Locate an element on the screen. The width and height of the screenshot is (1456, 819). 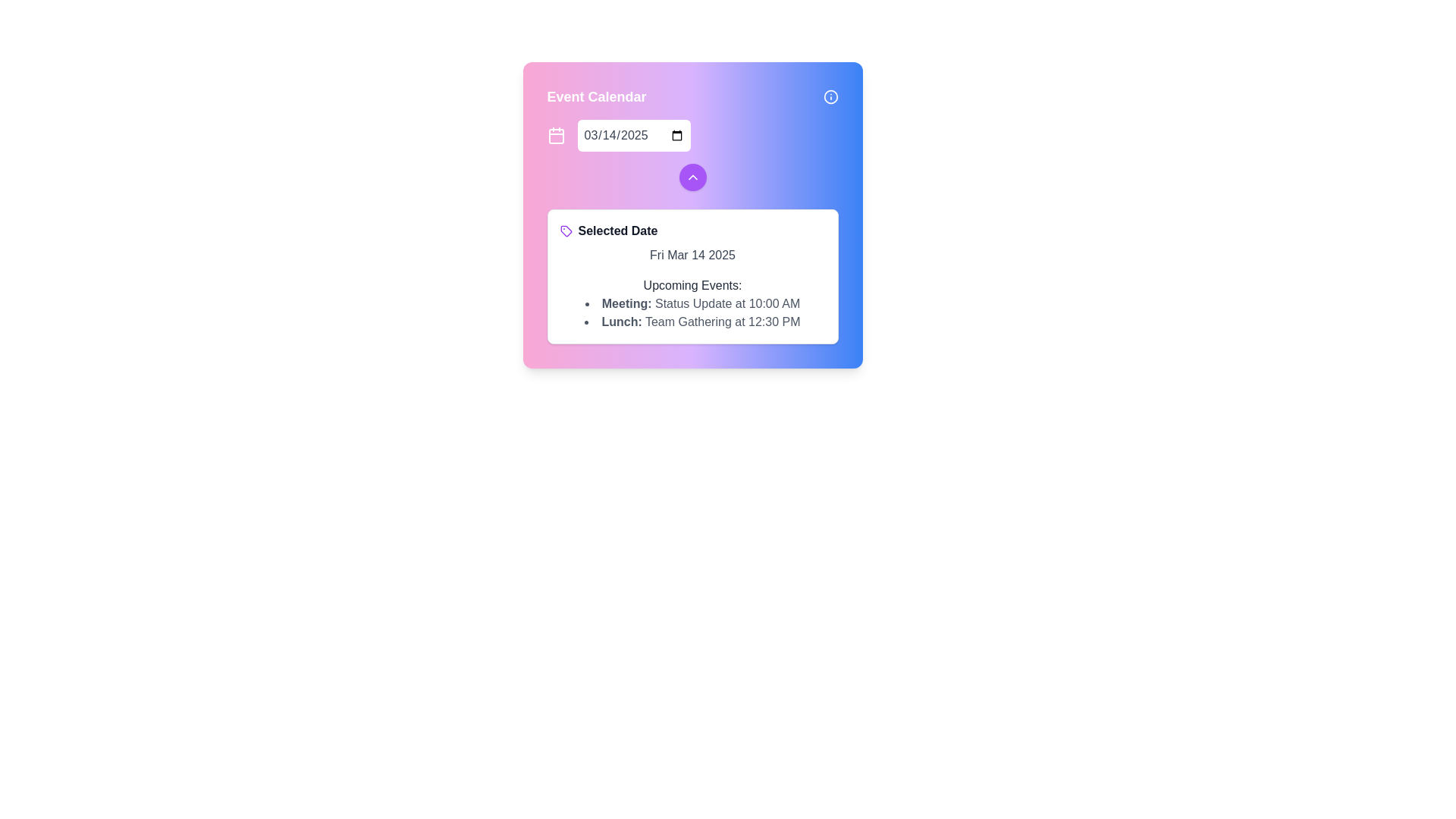
the upward-pointing chevron icon located at the center of the purple circular button is located at coordinates (692, 177).